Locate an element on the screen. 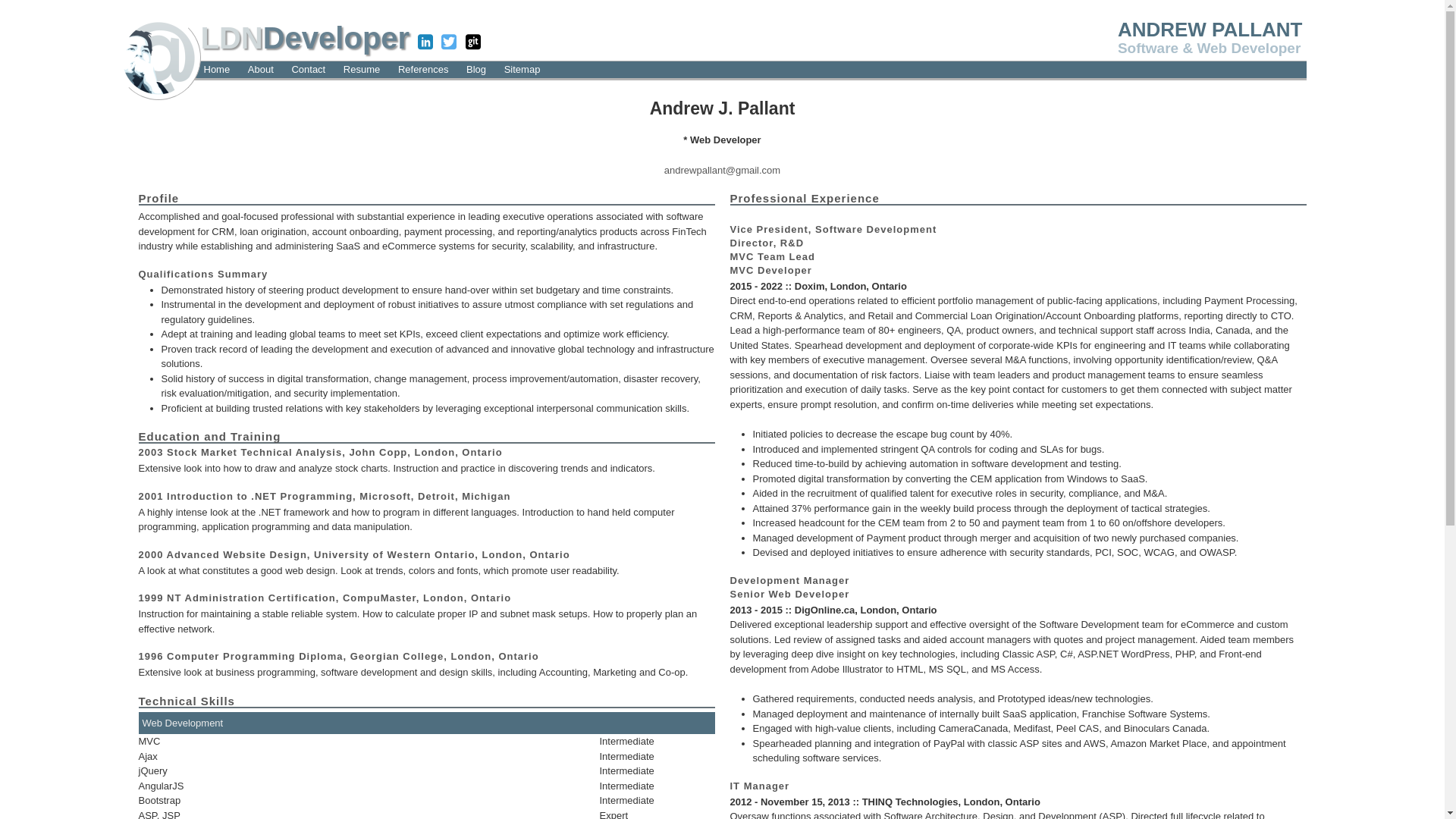 Image resolution: width=1456 pixels, height=819 pixels. 'Click For My GitHub Profile' is located at coordinates (472, 42).